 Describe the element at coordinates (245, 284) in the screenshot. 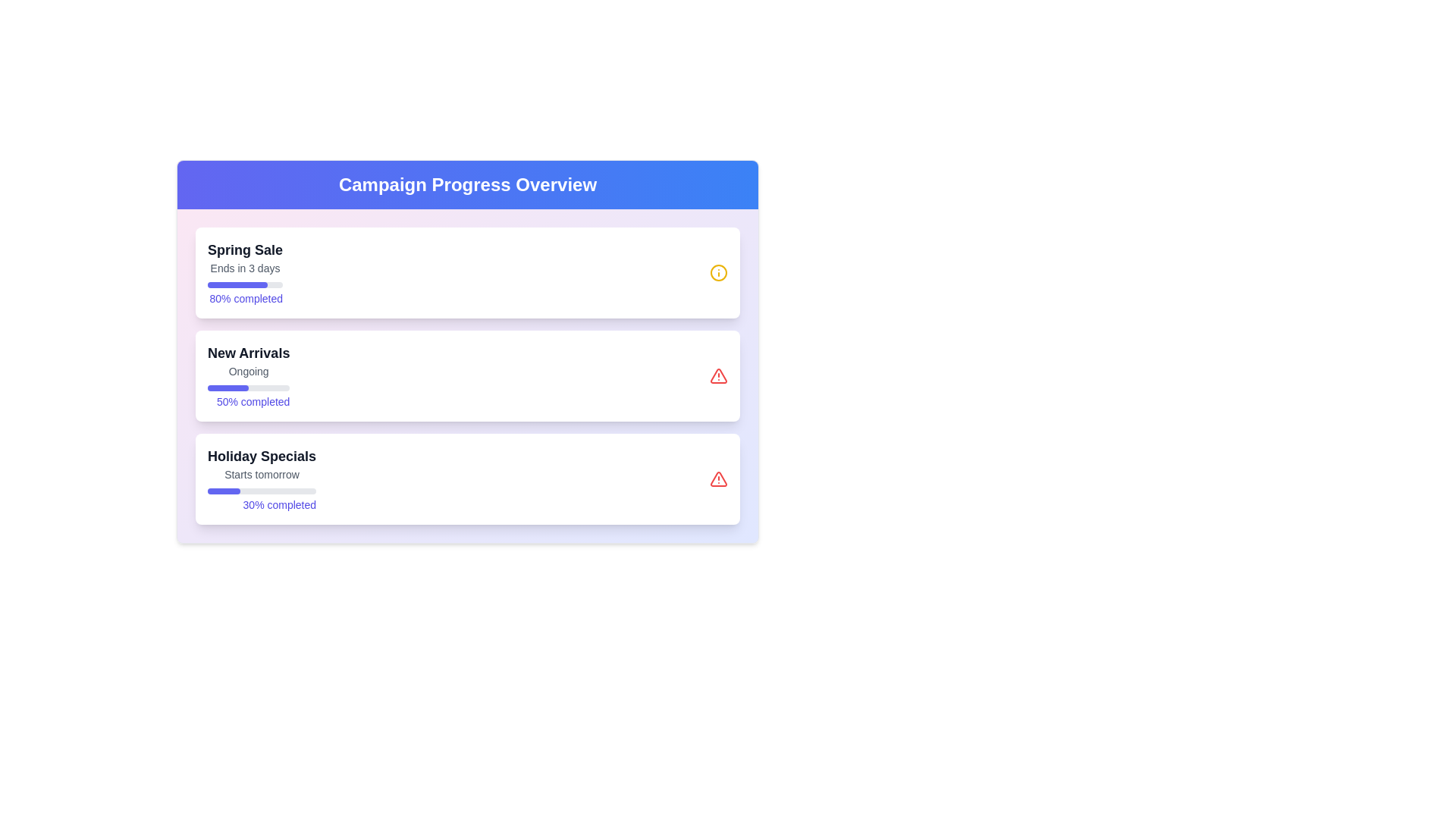

I see `the progress bar located in the first card of the Campaign Progress Overview section, positioned between 'Ends in 3 days' and '80% completed'` at that location.